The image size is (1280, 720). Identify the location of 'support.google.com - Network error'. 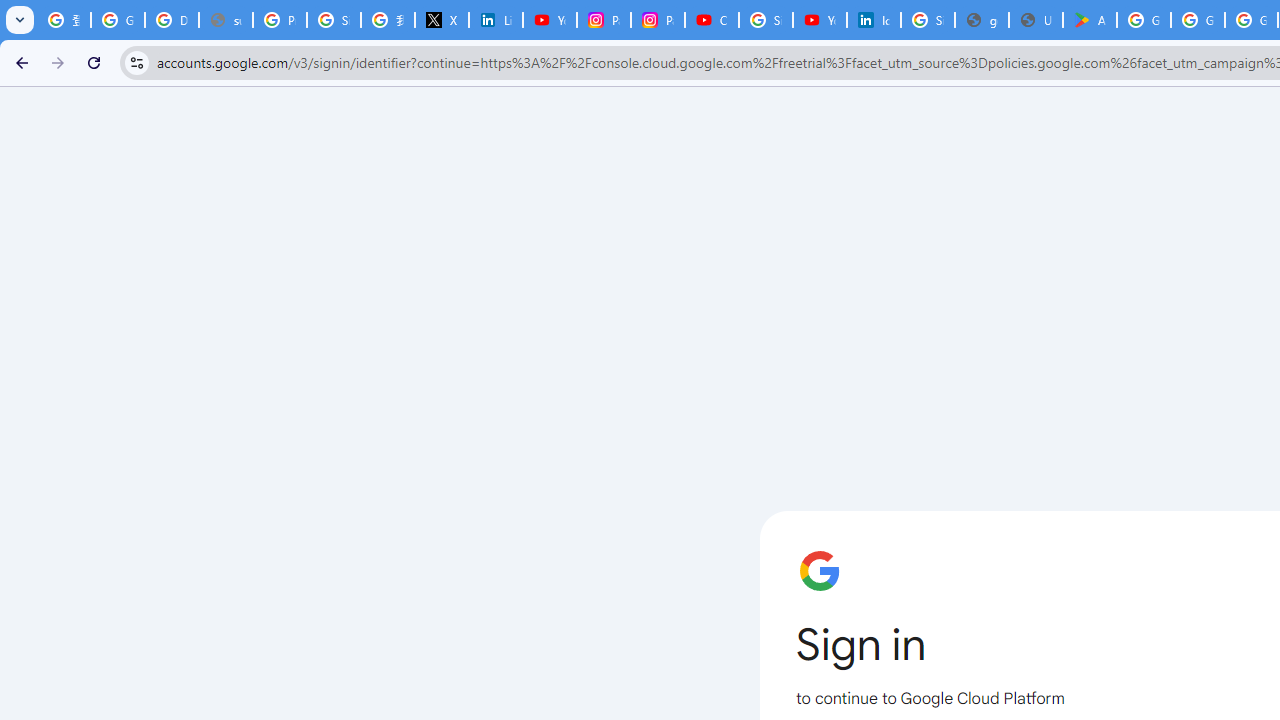
(225, 20).